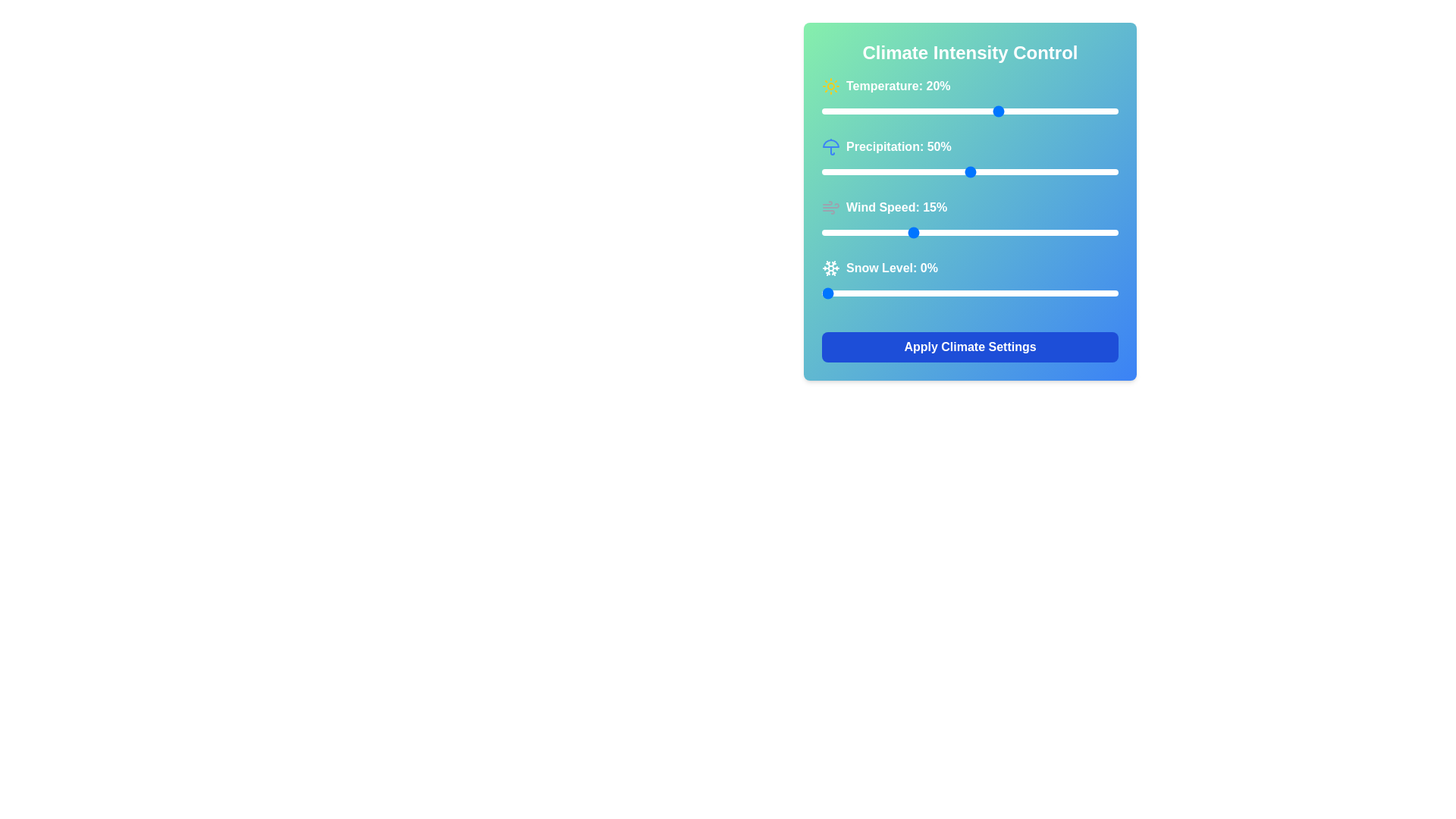 The width and height of the screenshot is (1456, 819). I want to click on the horizontal range slider with a green focus ring located beneath the text 'Temperature: 20%', so click(969, 110).